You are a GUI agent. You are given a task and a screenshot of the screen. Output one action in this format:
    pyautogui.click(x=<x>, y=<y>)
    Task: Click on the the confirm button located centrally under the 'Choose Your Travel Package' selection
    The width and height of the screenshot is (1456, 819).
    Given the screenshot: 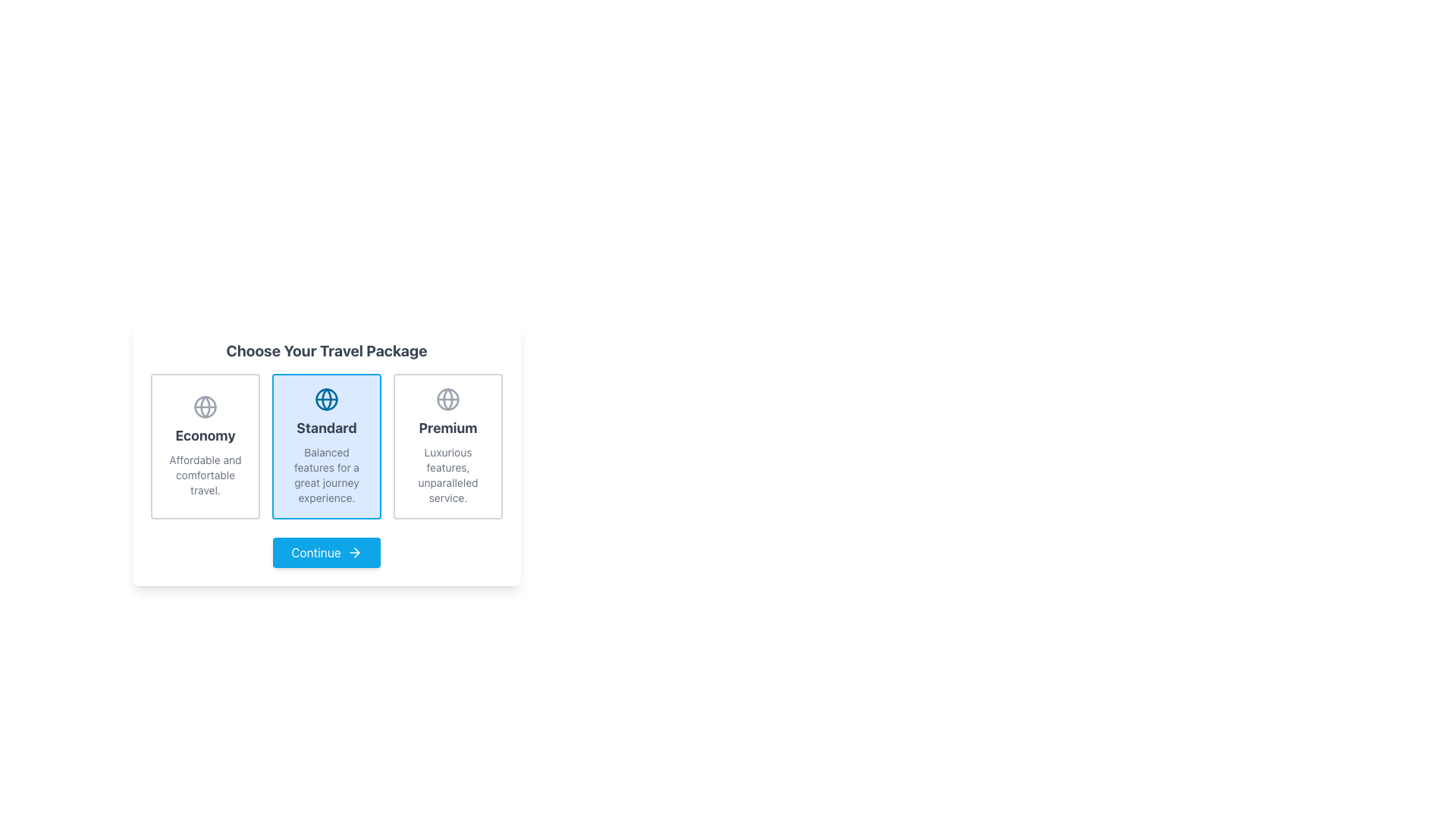 What is the action you would take?
    pyautogui.click(x=326, y=553)
    